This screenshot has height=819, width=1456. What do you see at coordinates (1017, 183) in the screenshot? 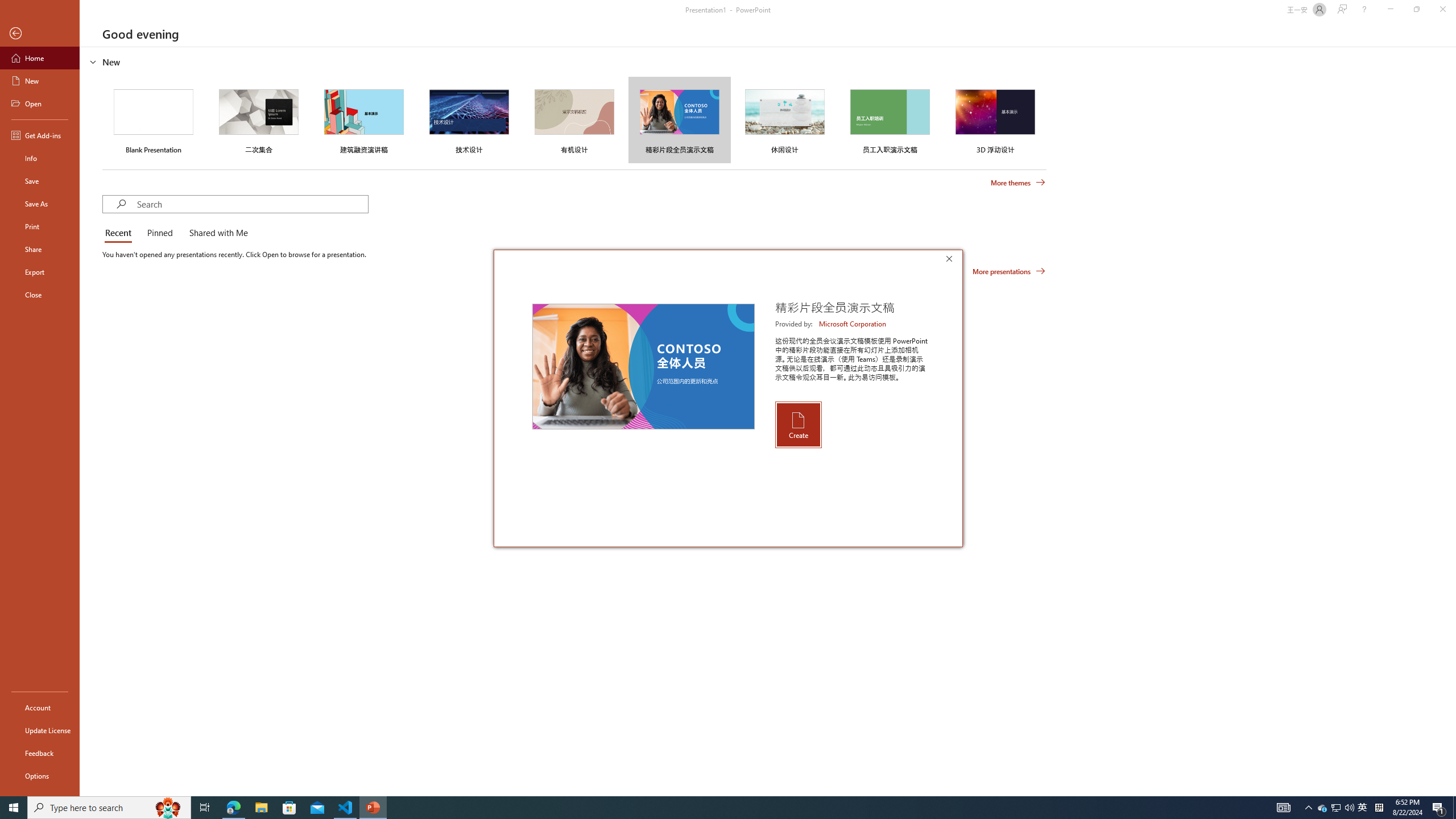
I see `'More themes'` at bounding box center [1017, 183].